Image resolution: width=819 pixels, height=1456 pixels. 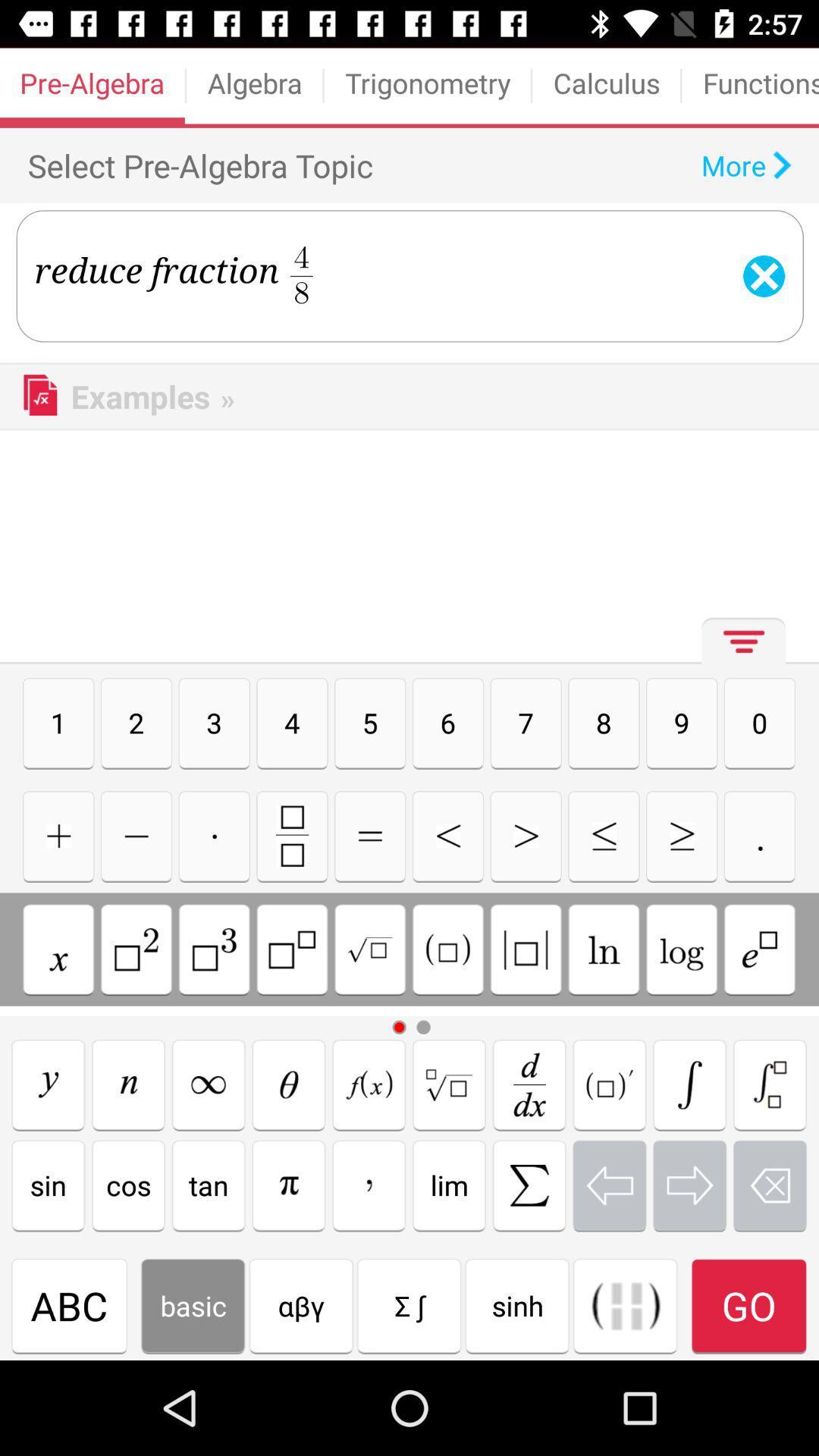 I want to click on reduce fraction button, so click(x=770, y=1084).